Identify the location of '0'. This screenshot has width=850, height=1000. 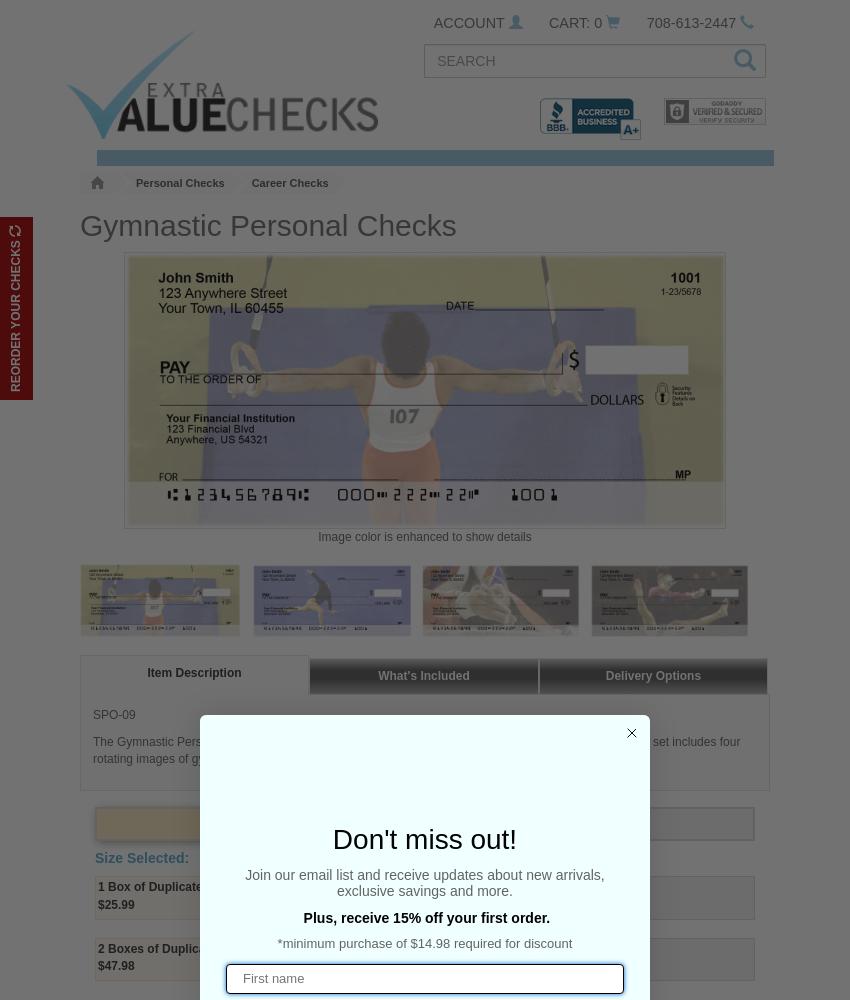
(596, 23).